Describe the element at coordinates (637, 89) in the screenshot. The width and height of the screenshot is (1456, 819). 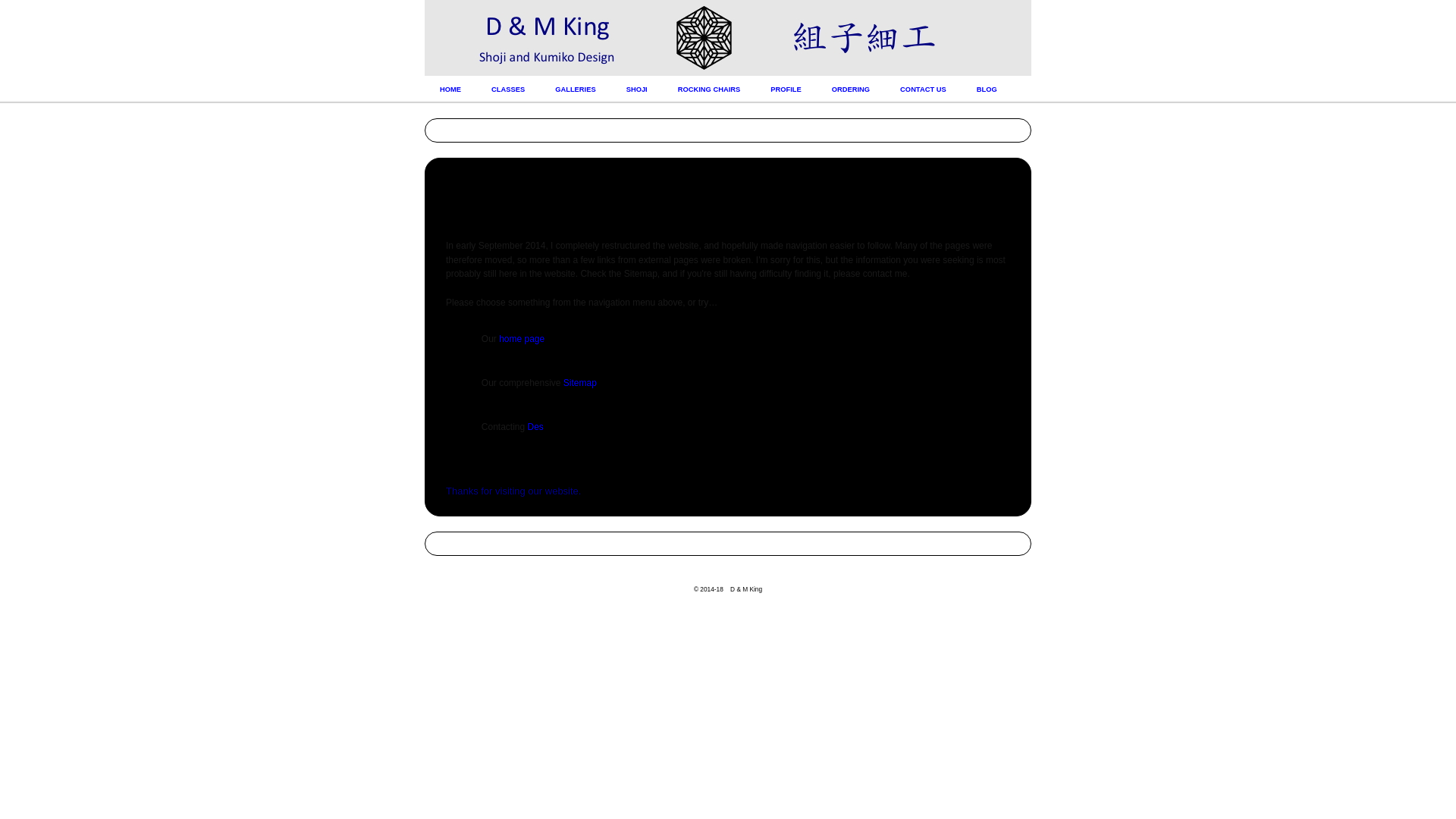
I see `'SHOJI'` at that location.